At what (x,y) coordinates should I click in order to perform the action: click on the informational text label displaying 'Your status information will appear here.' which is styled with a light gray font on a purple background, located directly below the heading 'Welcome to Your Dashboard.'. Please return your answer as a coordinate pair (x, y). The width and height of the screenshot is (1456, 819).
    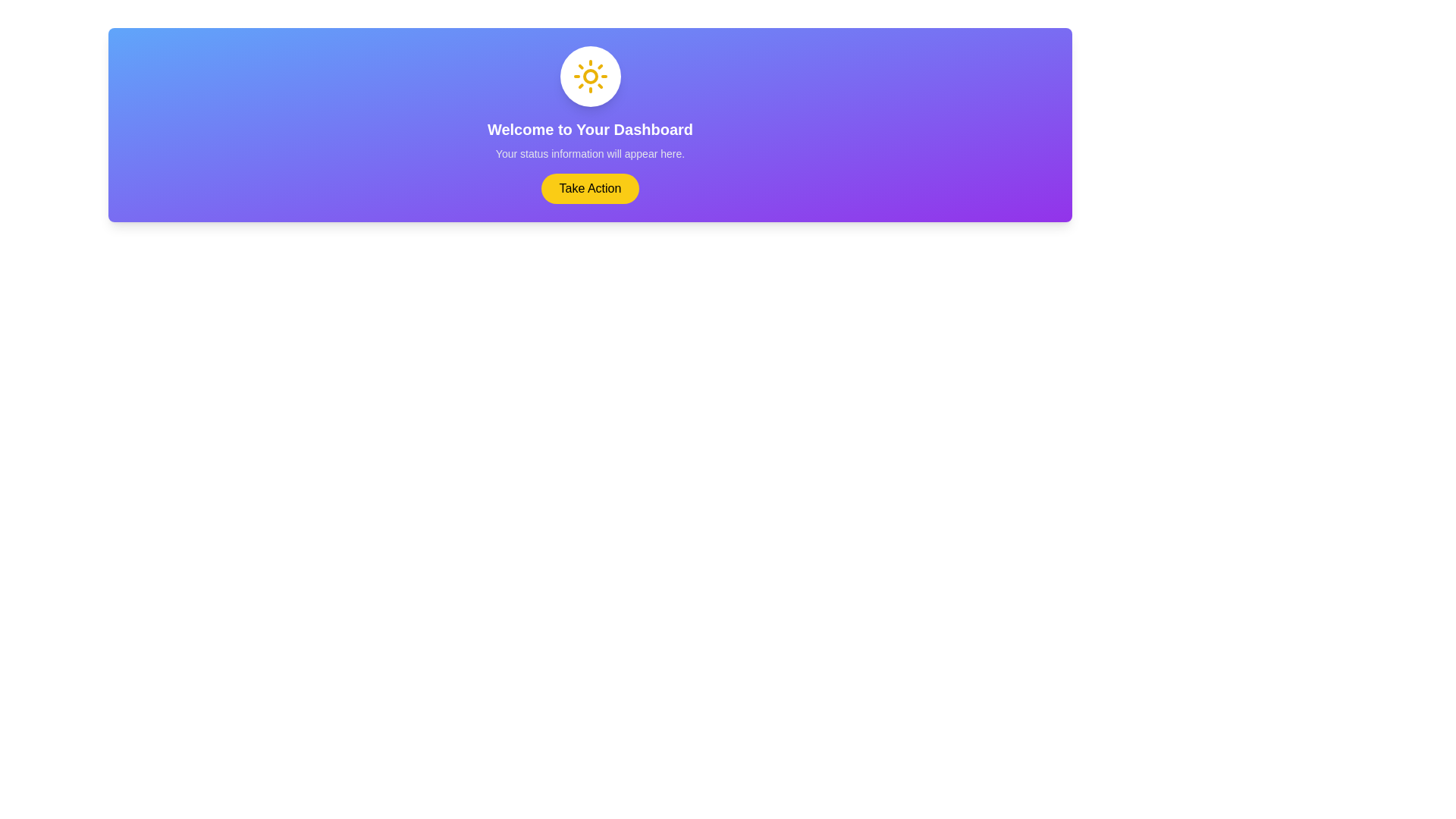
    Looking at the image, I should click on (589, 154).